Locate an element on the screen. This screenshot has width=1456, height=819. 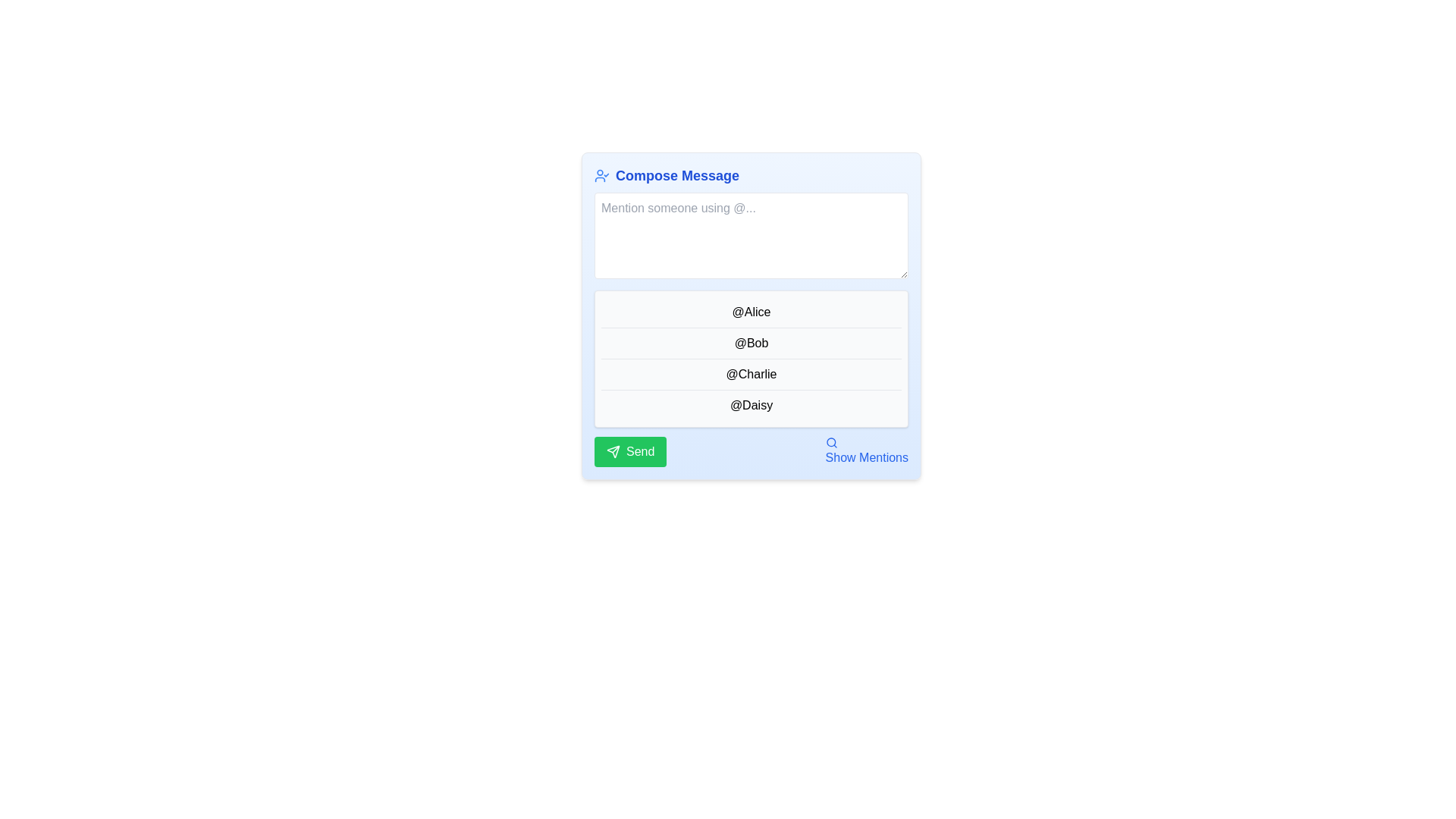
the Circle SVG element is located at coordinates (830, 442).